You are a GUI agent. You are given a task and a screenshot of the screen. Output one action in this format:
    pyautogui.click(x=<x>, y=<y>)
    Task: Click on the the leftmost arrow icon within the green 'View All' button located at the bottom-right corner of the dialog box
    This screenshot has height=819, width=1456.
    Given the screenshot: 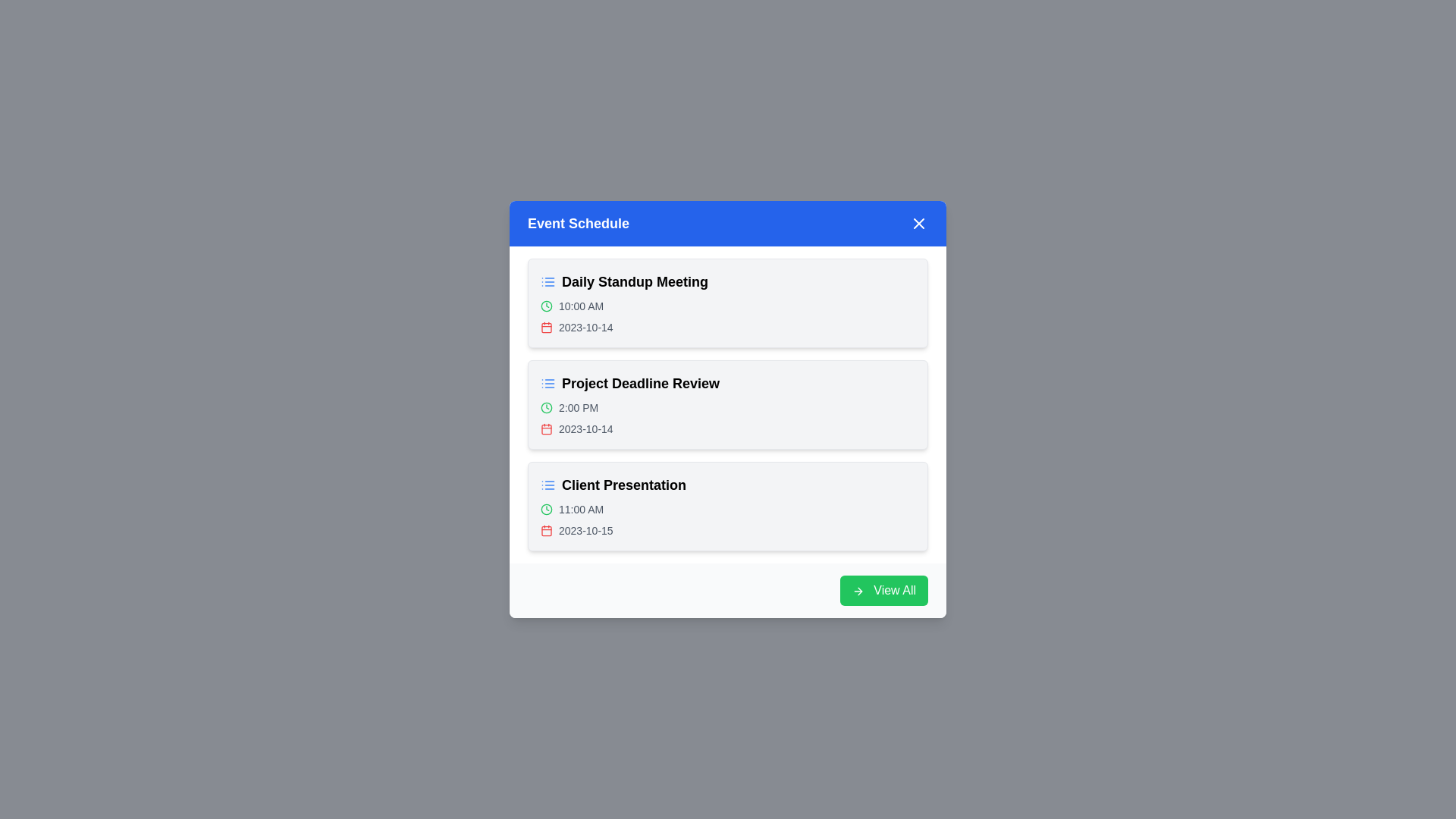 What is the action you would take?
    pyautogui.click(x=858, y=590)
    